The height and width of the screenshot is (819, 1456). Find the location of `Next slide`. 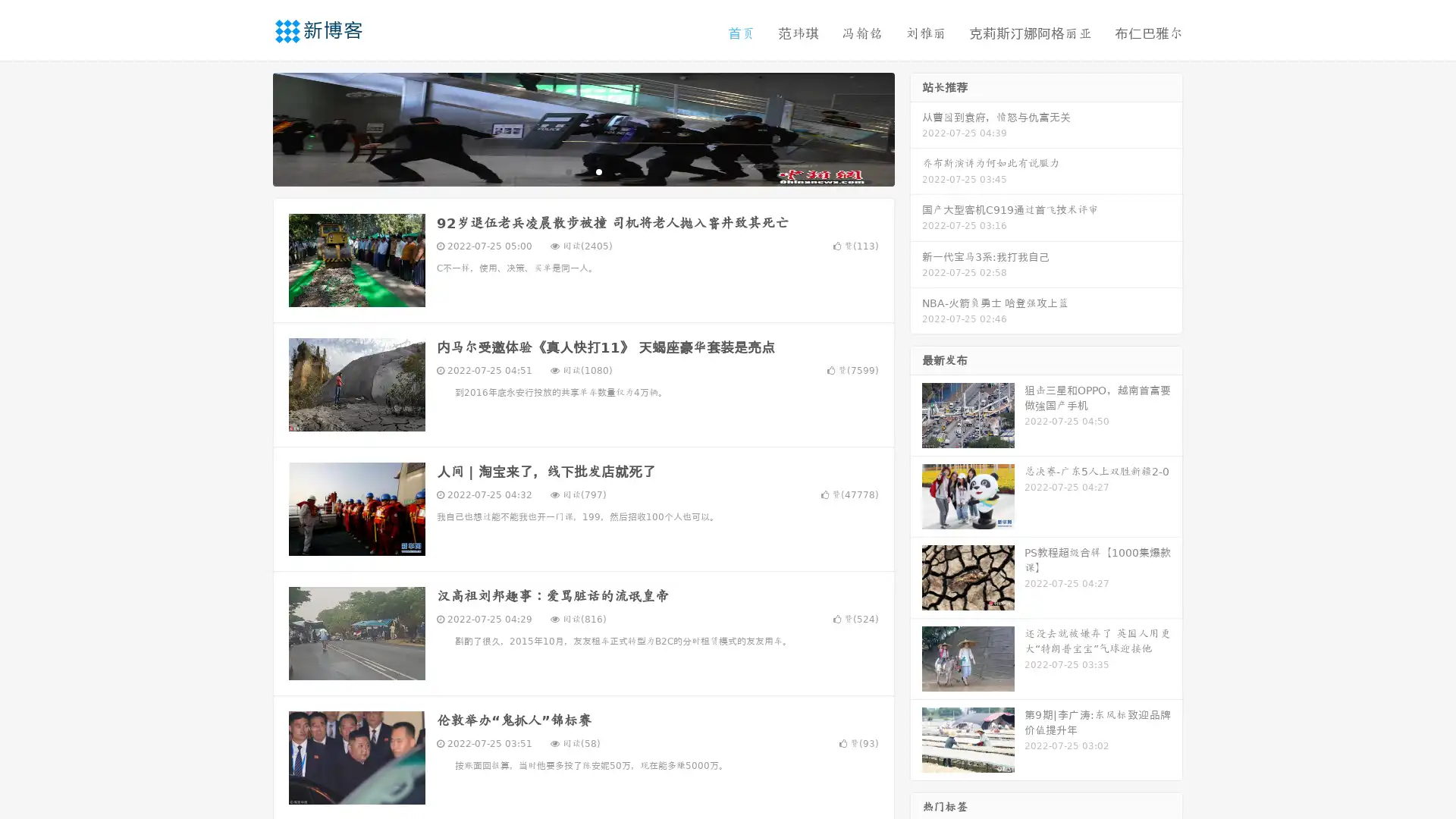

Next slide is located at coordinates (916, 127).